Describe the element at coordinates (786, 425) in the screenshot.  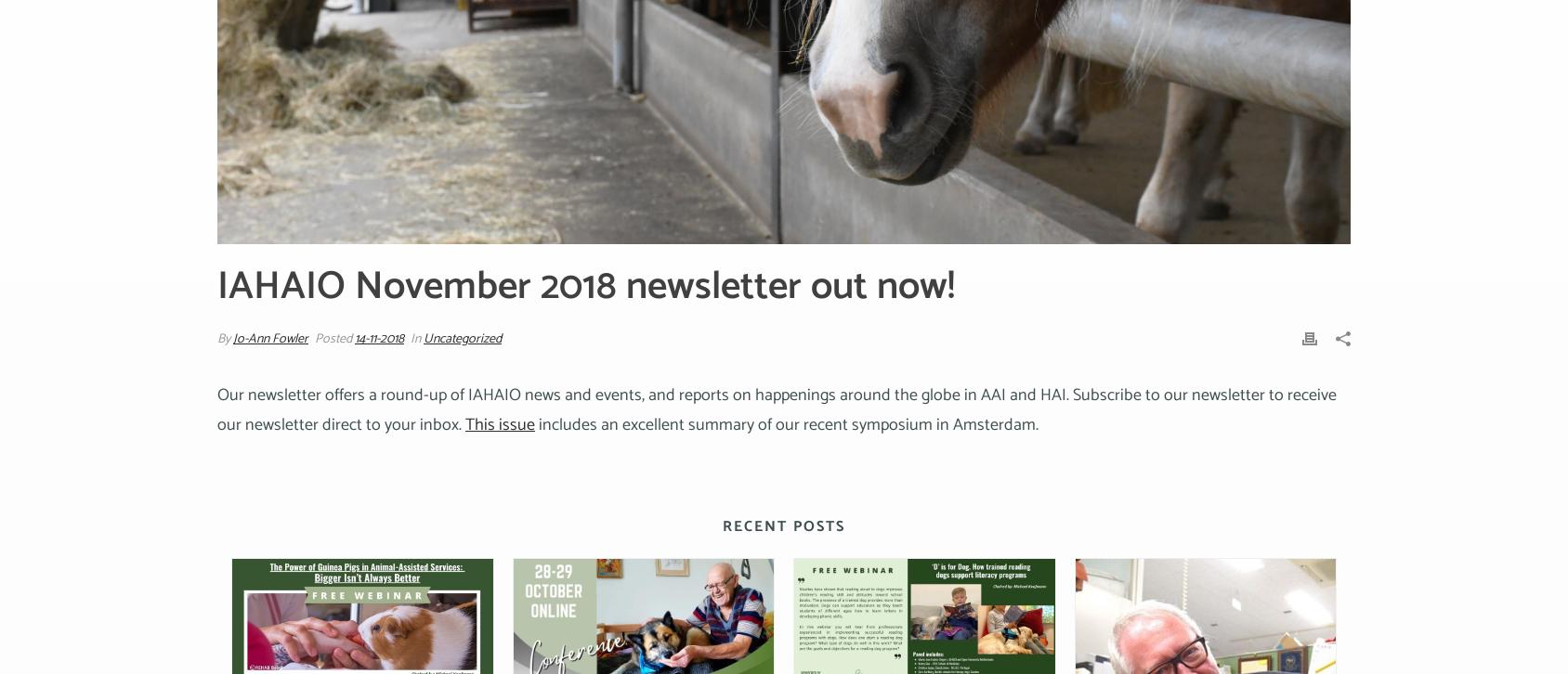
I see `'includes an excellent summary of our recent symposium in Amsterdam.'` at that location.